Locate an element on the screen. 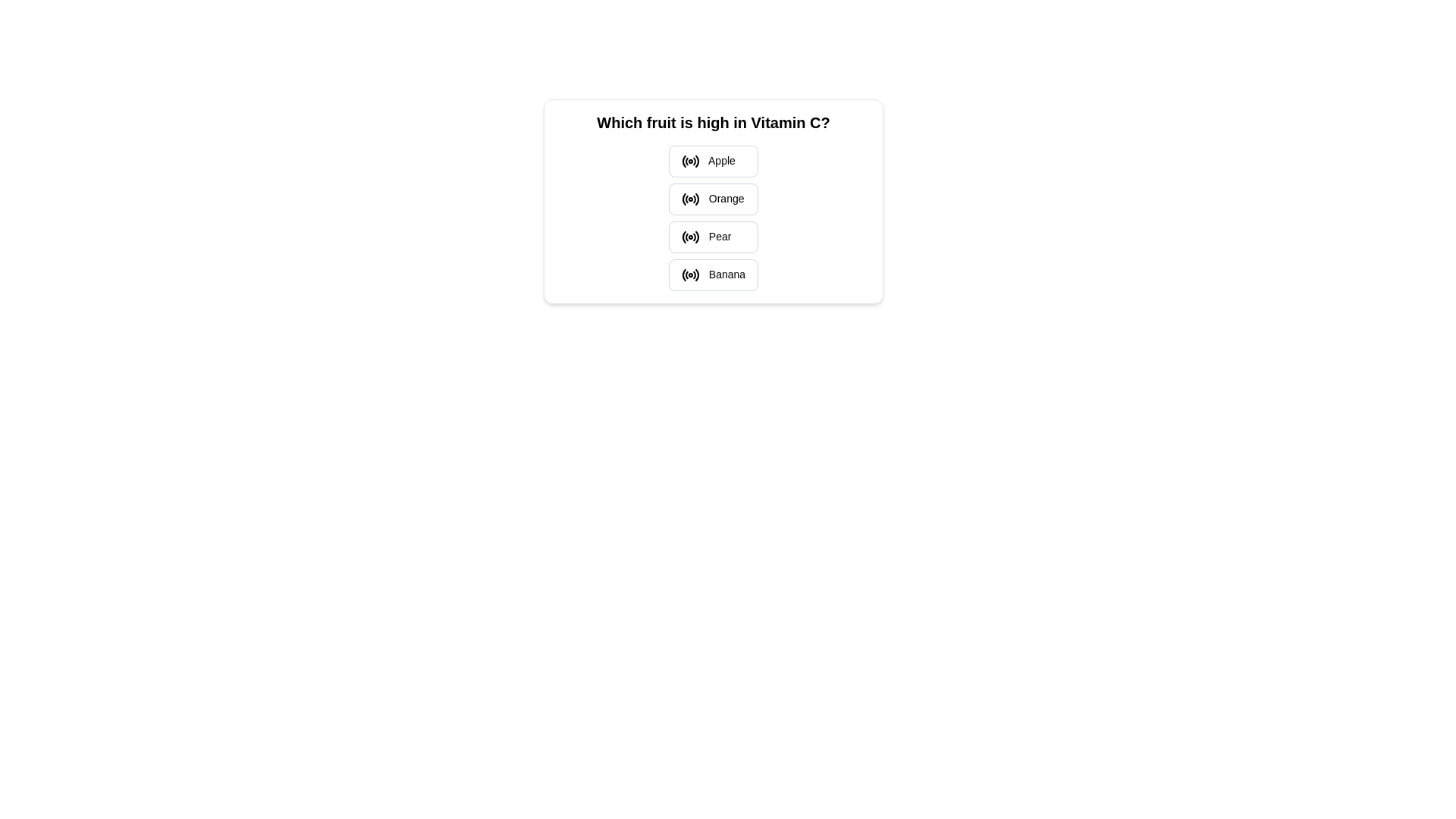  the graphical segment of the radio button for the 'Orange' option, which visually represents the state of the option (selected or unselected) is located at coordinates (694, 199).